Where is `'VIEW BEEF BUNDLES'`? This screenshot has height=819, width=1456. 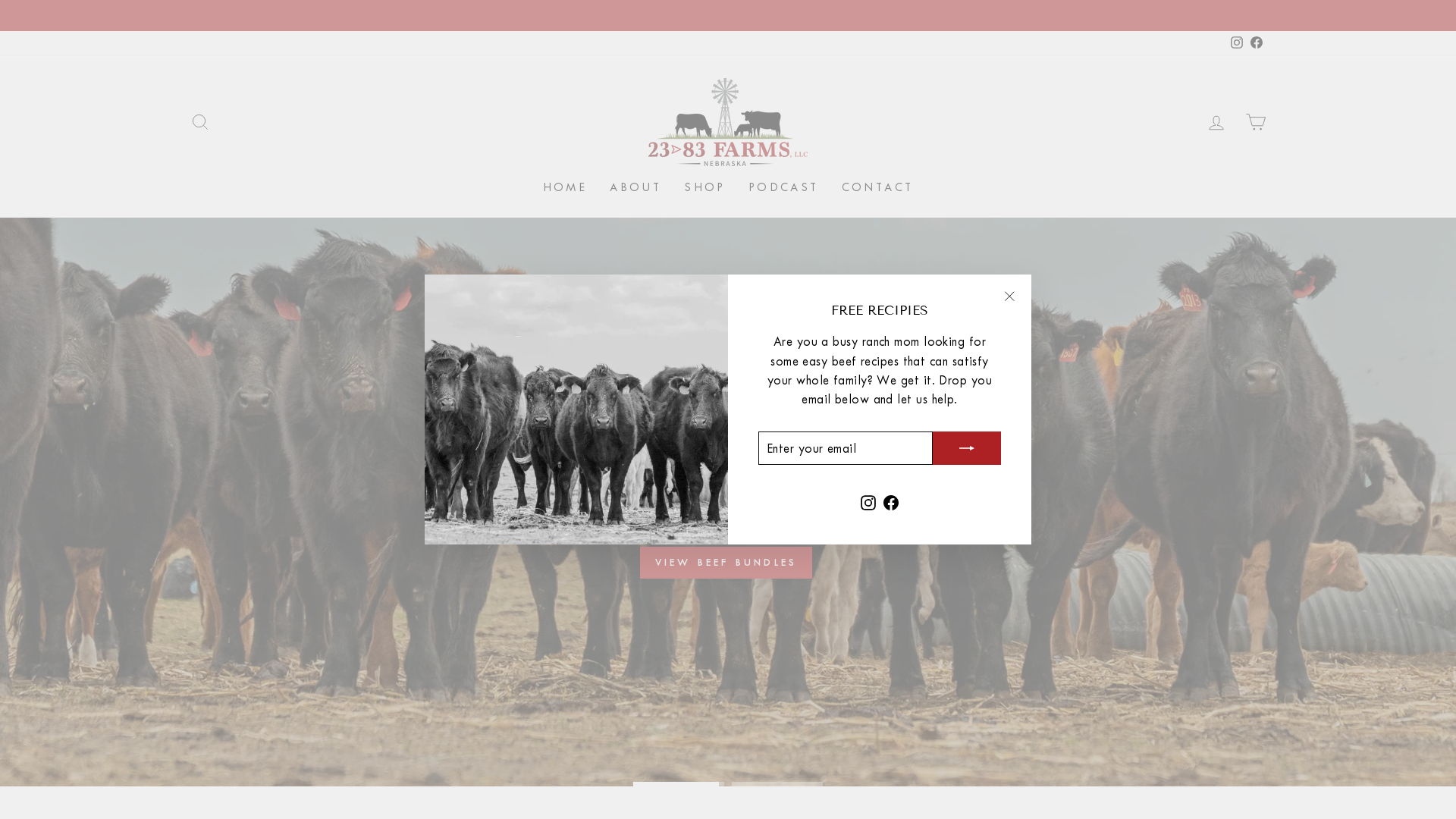 'VIEW BEEF BUNDLES' is located at coordinates (725, 562).